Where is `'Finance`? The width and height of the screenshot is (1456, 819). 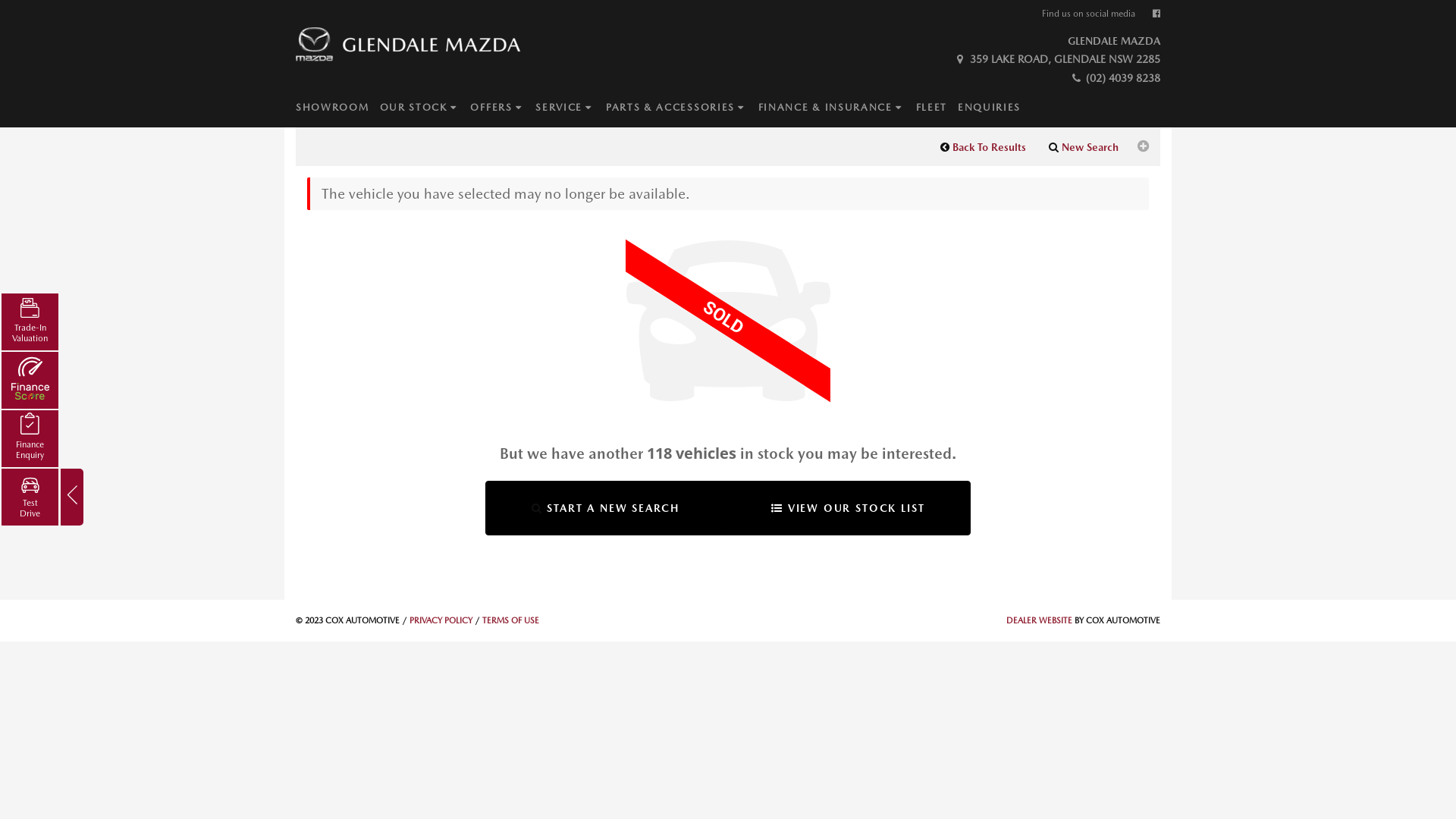 'Finance is located at coordinates (30, 438).